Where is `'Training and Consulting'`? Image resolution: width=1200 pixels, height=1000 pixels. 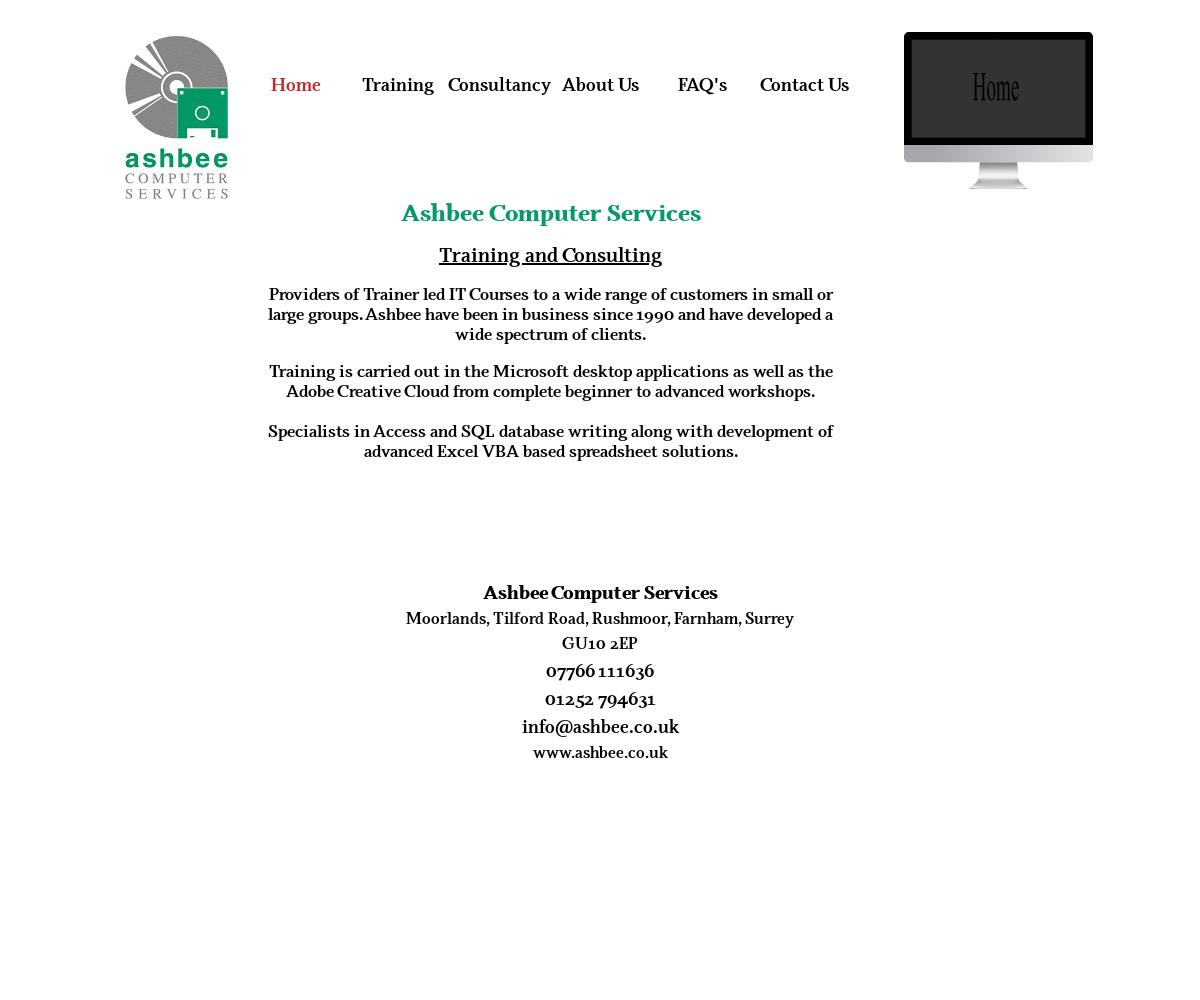 'Training and Consulting' is located at coordinates (438, 254).